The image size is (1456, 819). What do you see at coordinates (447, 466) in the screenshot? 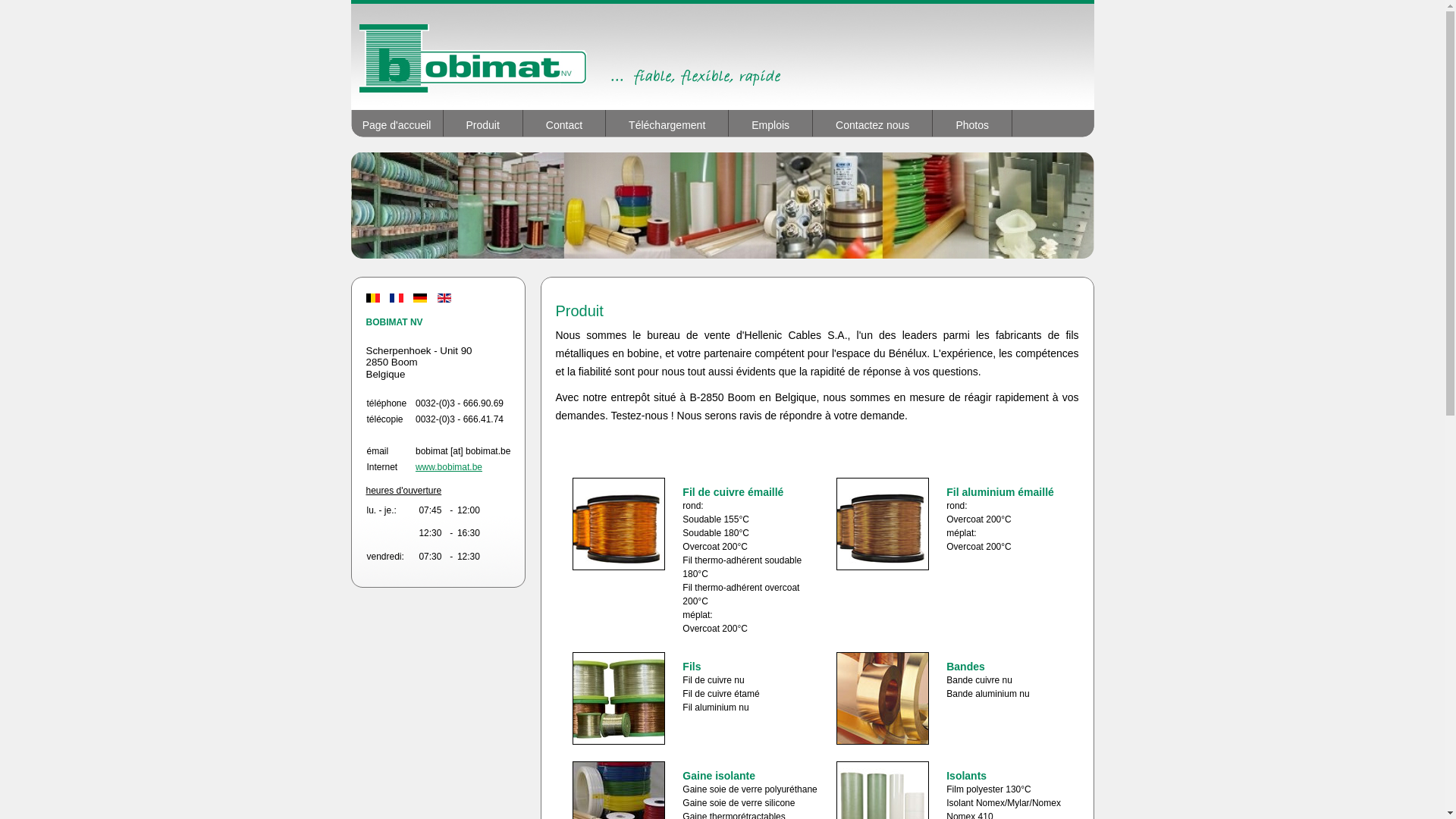
I see `'www.bobimat.be'` at bounding box center [447, 466].